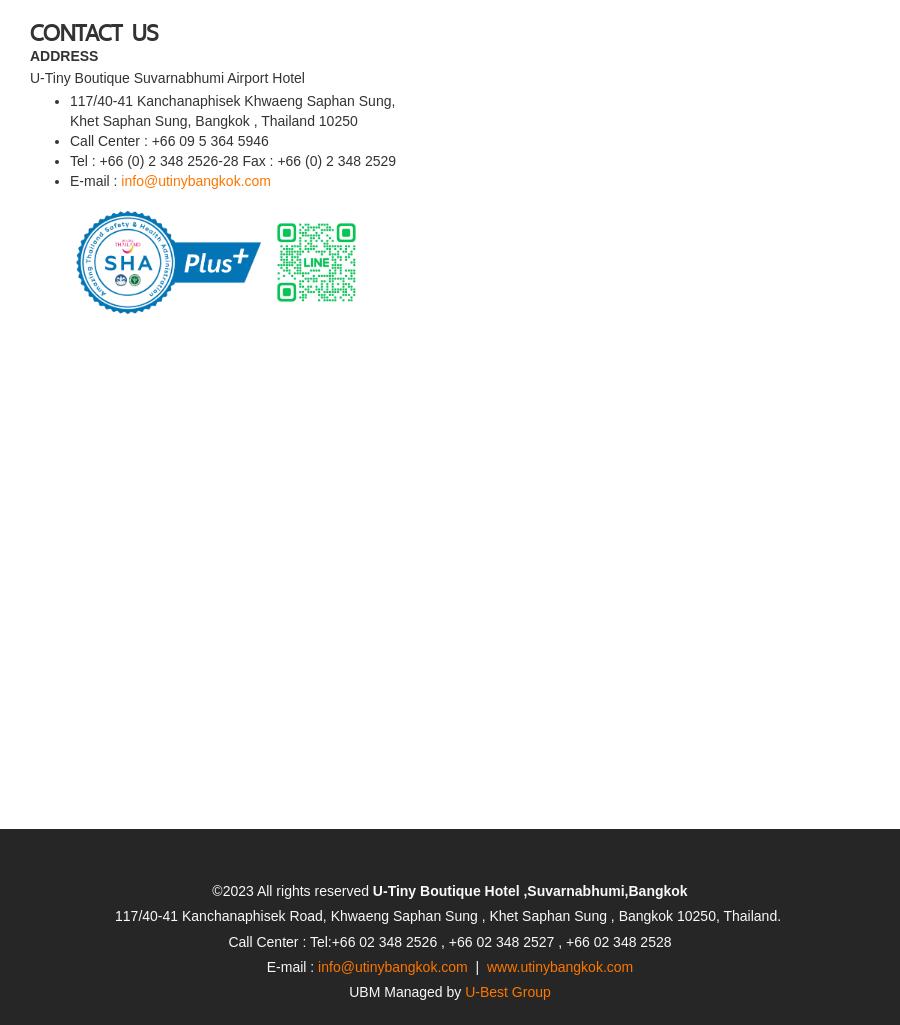  I want to click on 'U-Best Group', so click(506, 935).